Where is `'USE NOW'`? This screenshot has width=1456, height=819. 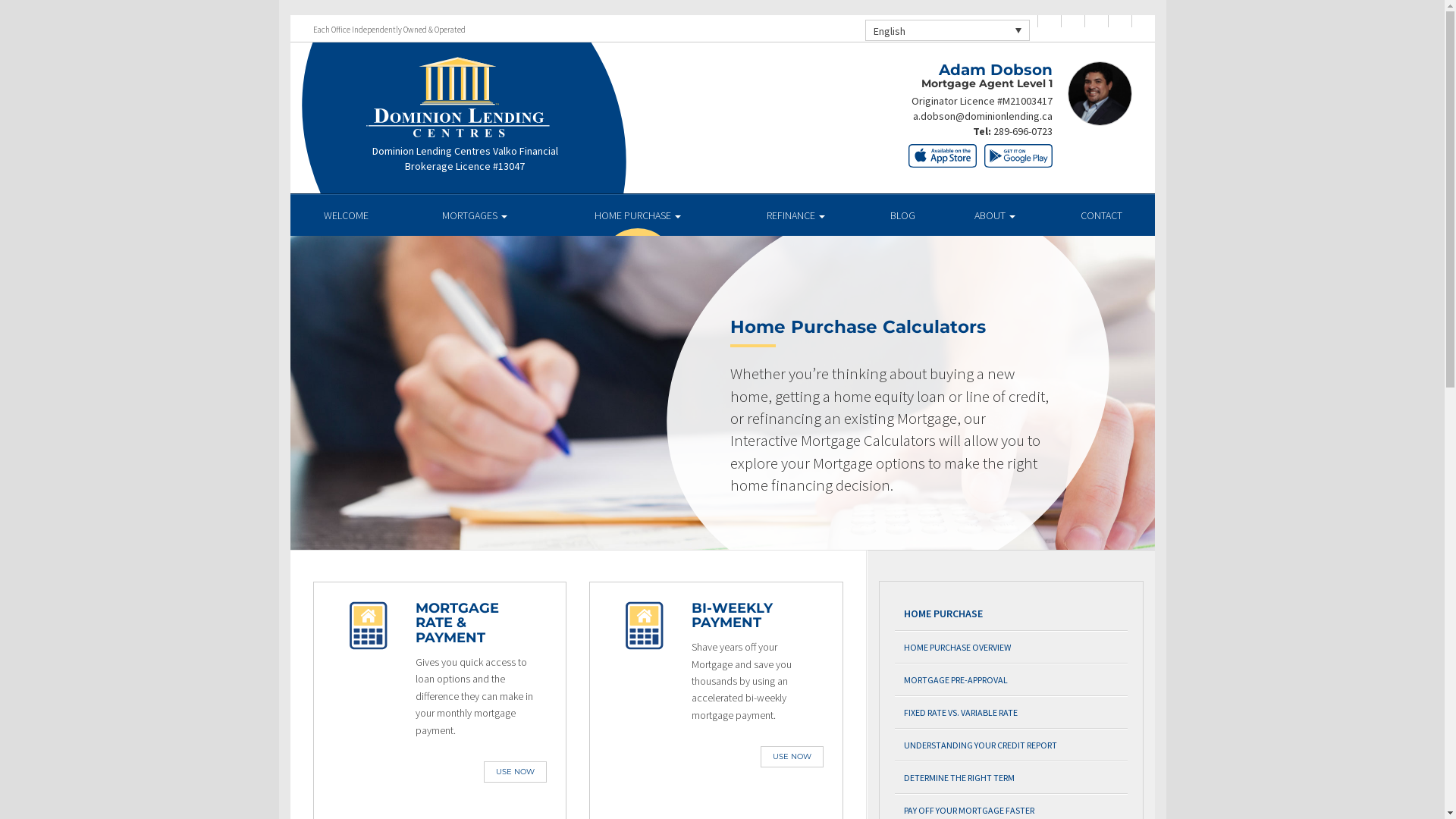
'USE NOW' is located at coordinates (515, 772).